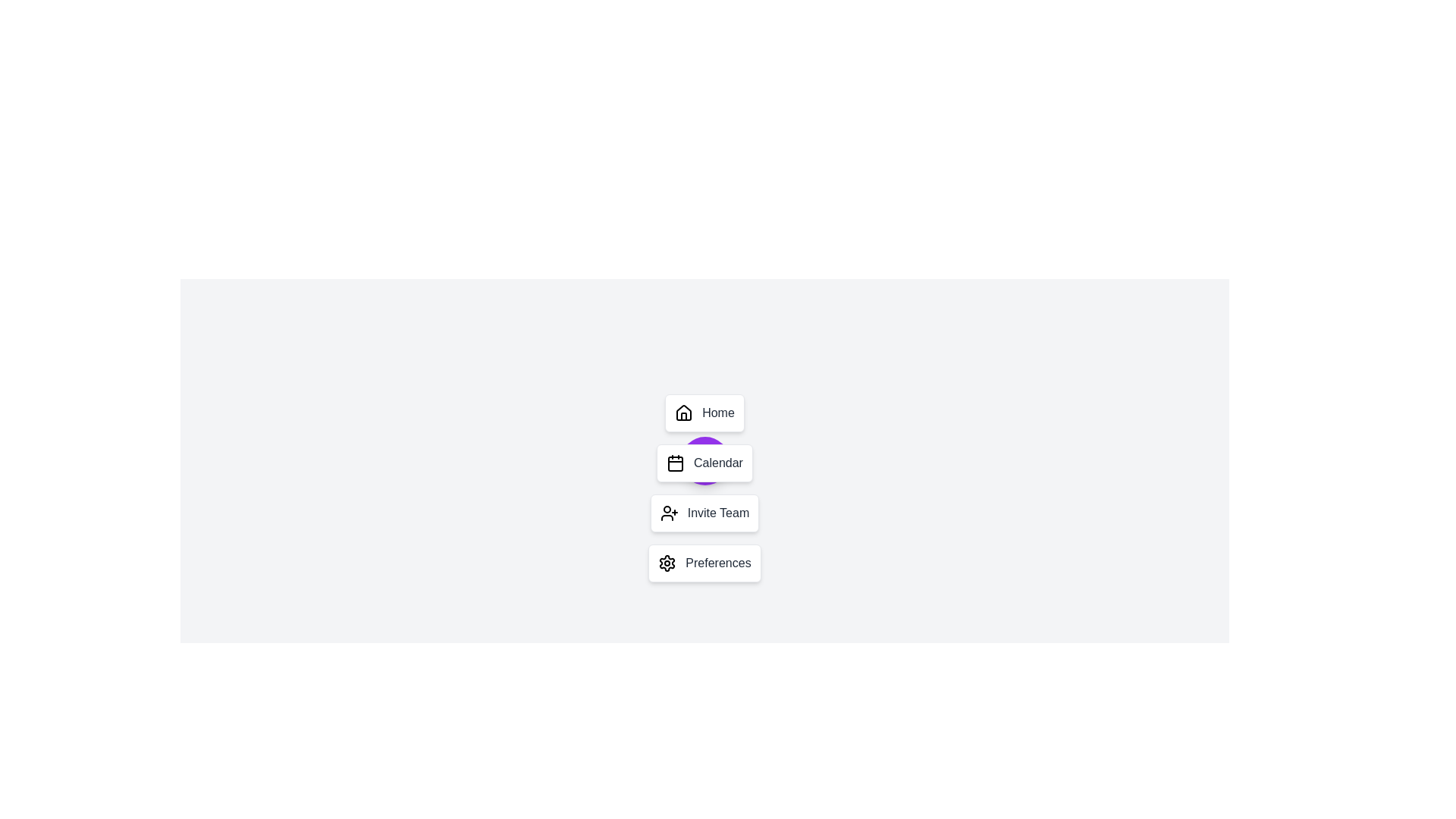 This screenshot has width=1456, height=819. Describe the element at coordinates (675, 462) in the screenshot. I see `the calendar icon, which is styled with a black outline and two vertical lines at the top` at that location.